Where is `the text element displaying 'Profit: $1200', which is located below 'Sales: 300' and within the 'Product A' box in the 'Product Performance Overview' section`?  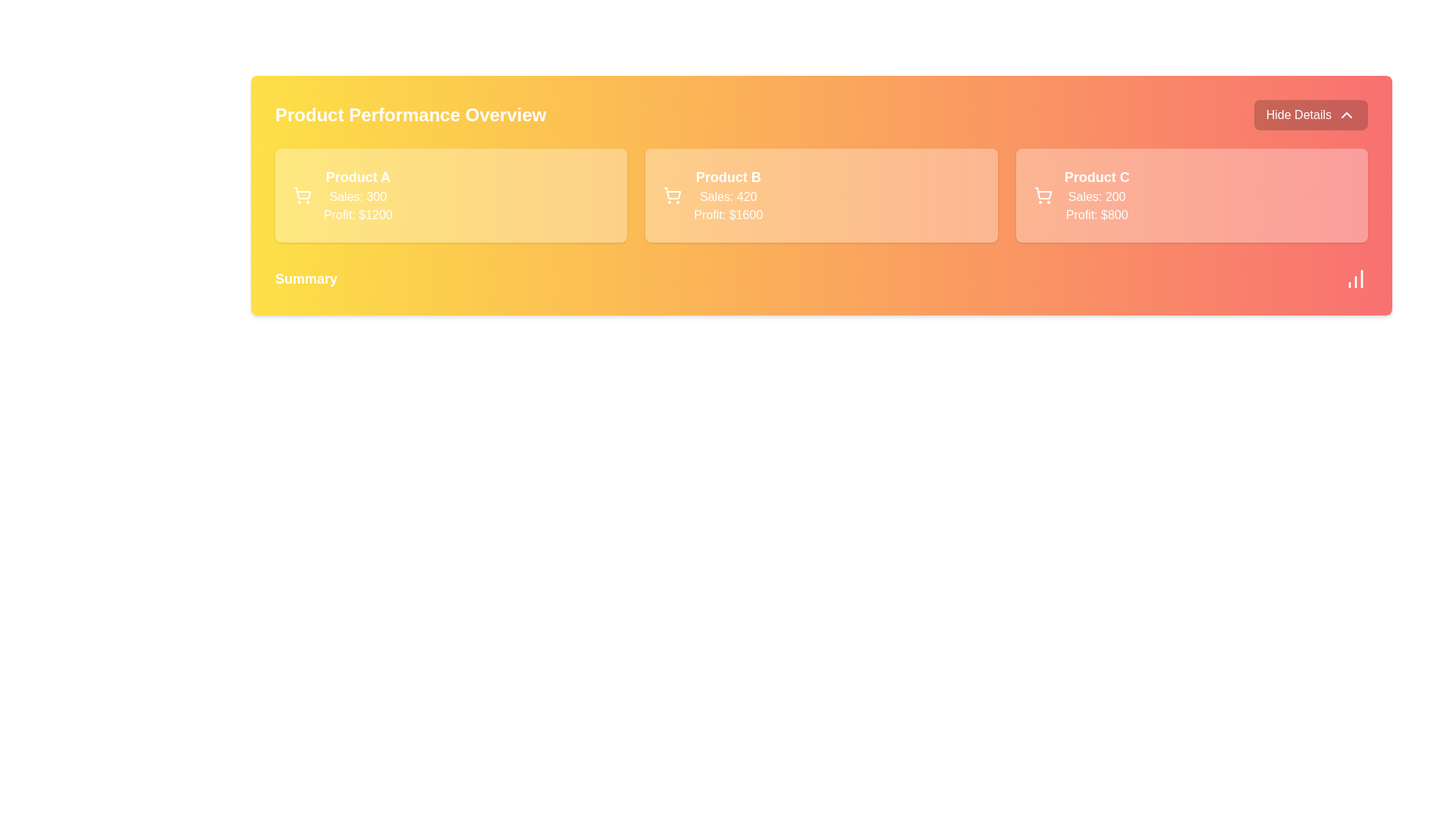 the text element displaying 'Profit: $1200', which is located below 'Sales: 300' and within the 'Product A' box in the 'Product Performance Overview' section is located at coordinates (357, 215).